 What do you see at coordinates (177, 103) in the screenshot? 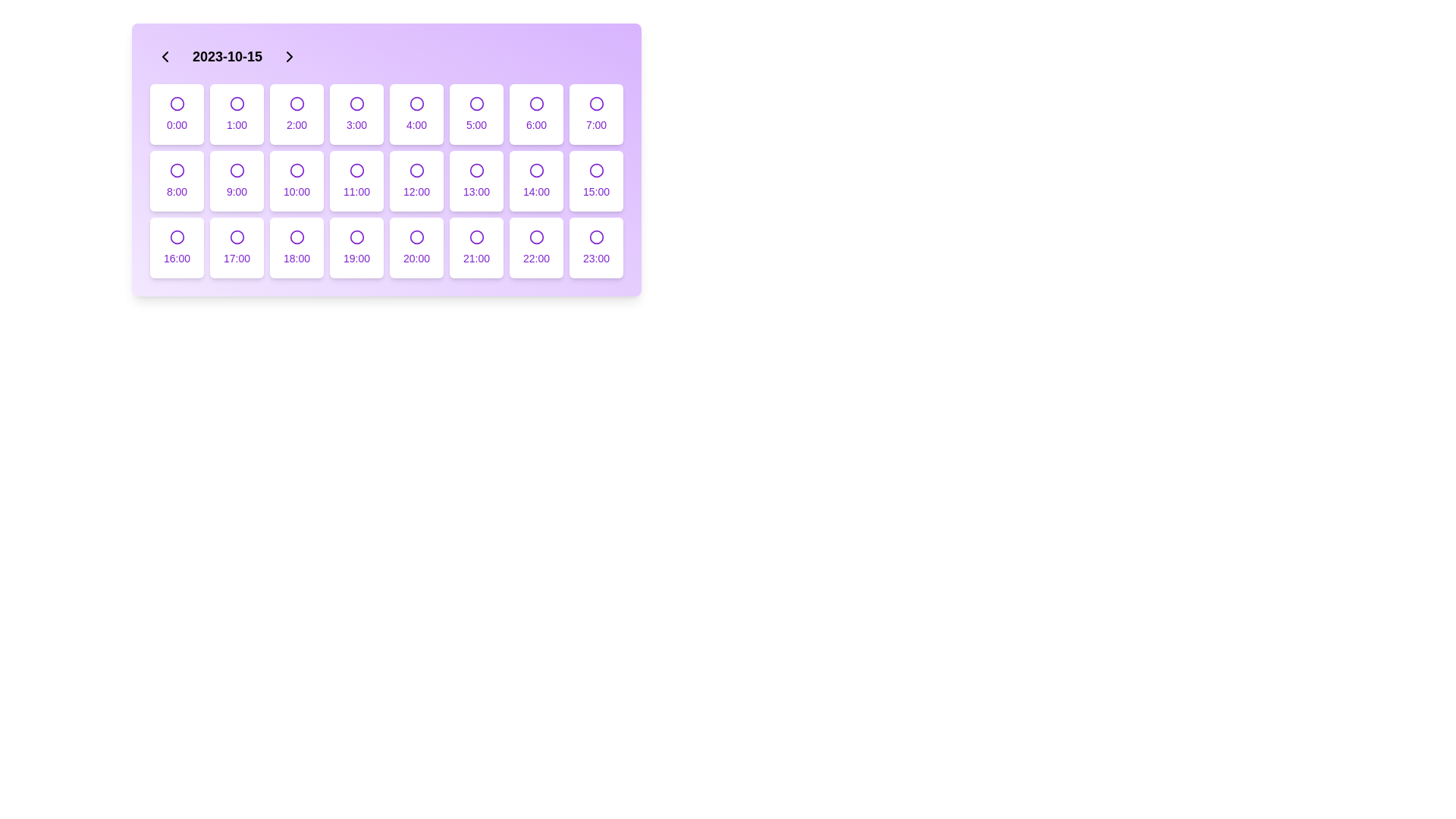
I see `the selection option icon for the time slot '0:00', which is located in the first card of the grid layout, positioned above the text '0:00'` at bounding box center [177, 103].